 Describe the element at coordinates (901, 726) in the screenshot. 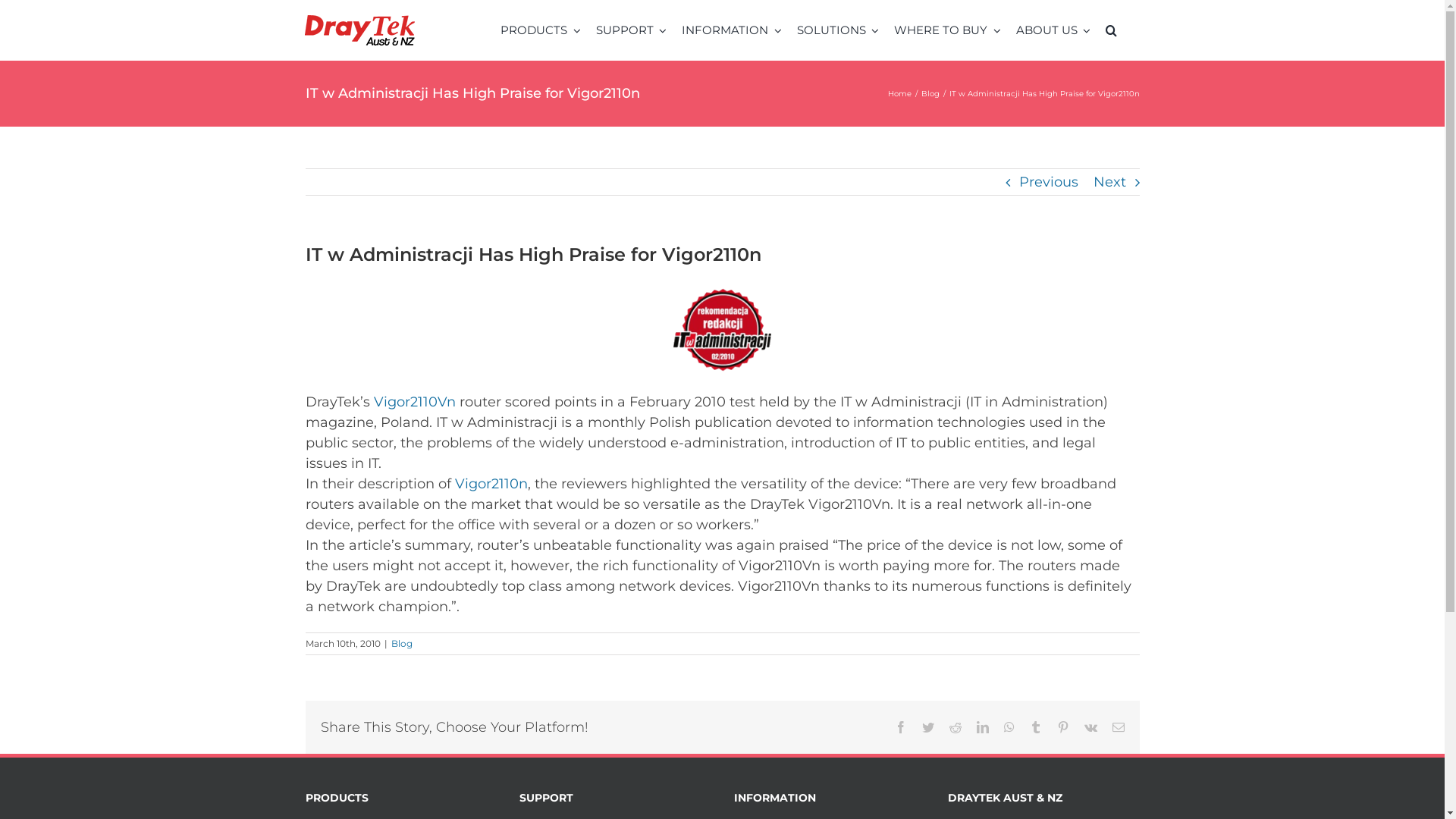

I see `'Facebook'` at that location.